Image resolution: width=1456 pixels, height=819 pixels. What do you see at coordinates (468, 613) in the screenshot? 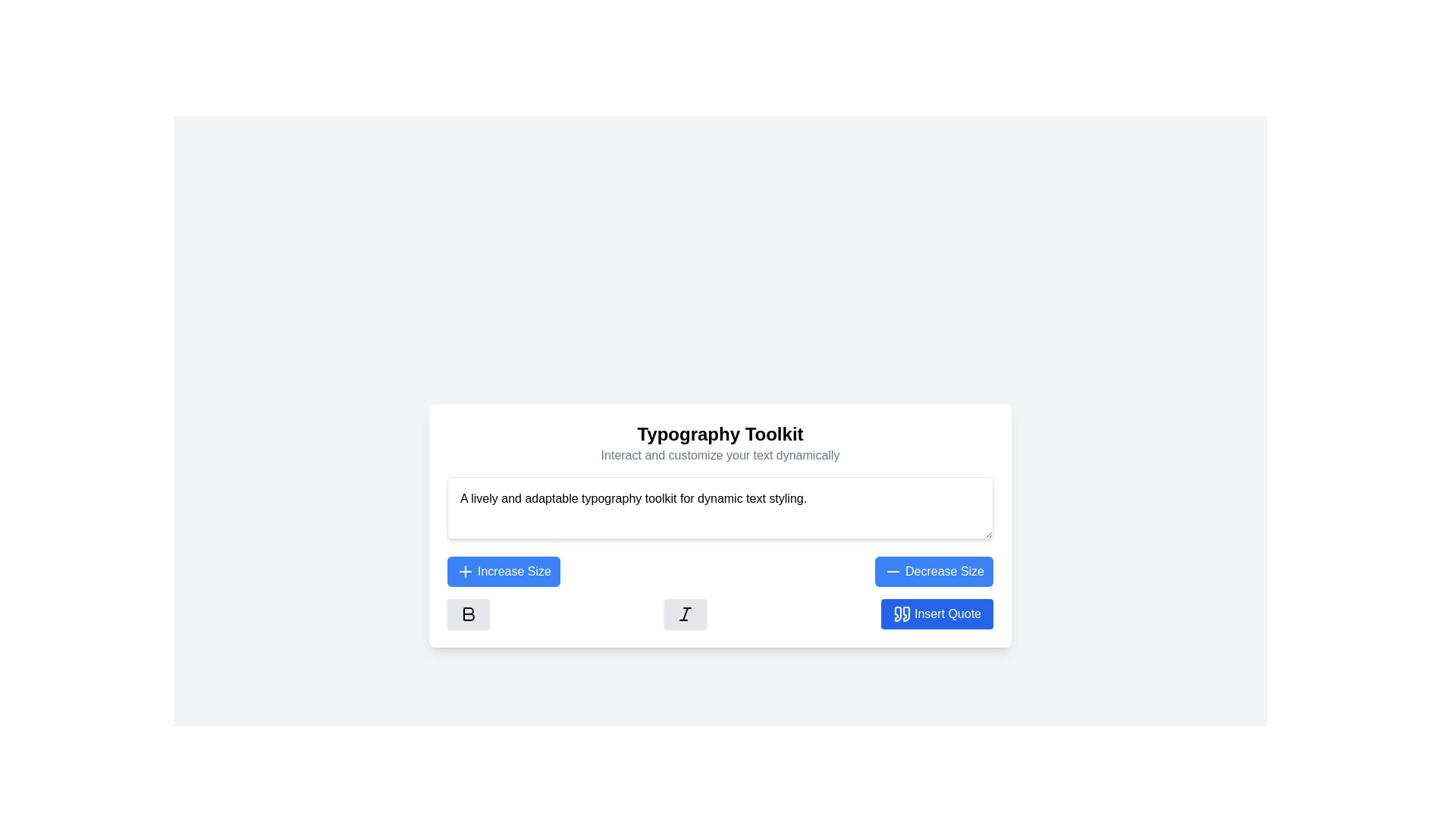
I see `the button located to the left of the italic-style button` at bounding box center [468, 613].